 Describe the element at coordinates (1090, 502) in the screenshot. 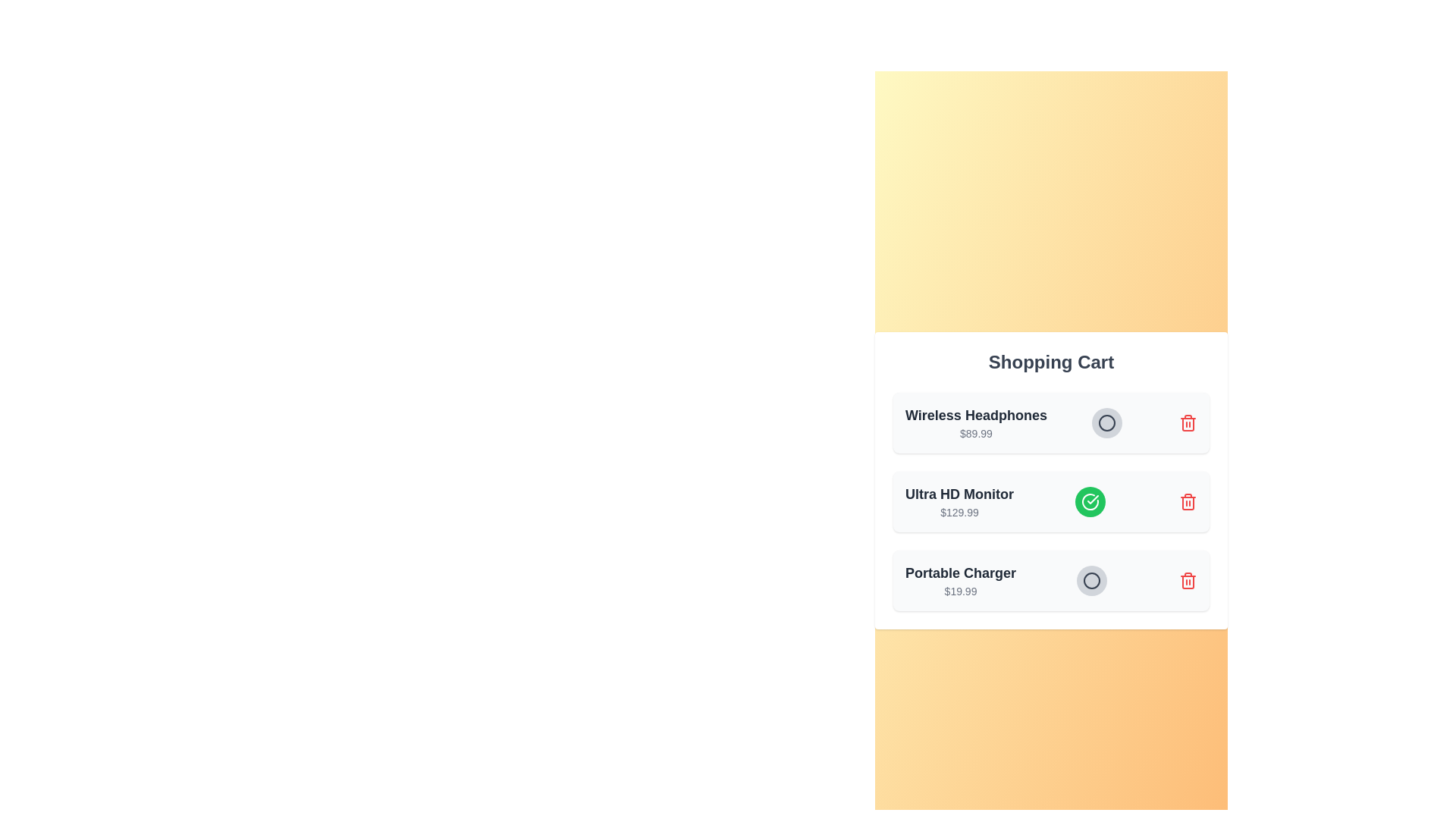

I see `the item Ultra HD Monitor in the shopping cart` at that location.